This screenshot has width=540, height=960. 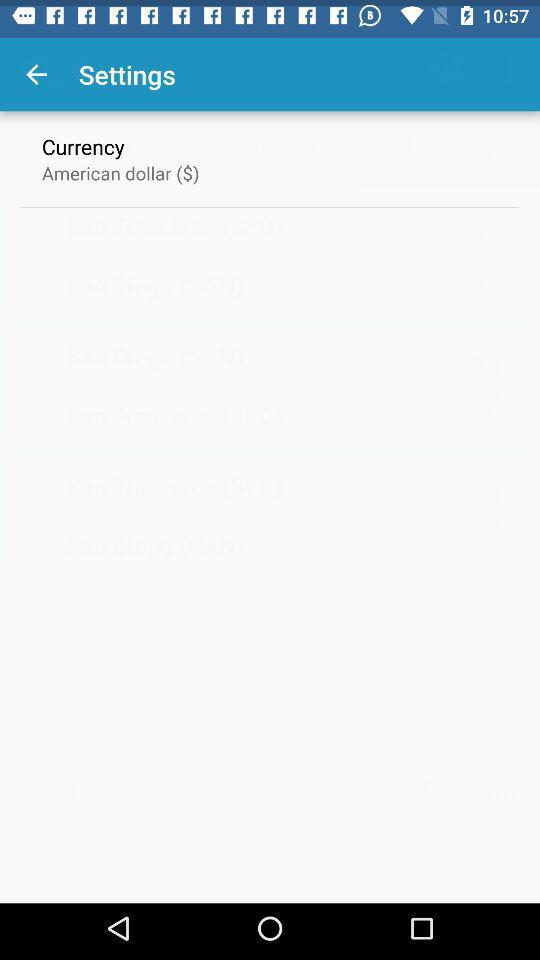 I want to click on the american dollar ($) item, so click(x=120, y=165).